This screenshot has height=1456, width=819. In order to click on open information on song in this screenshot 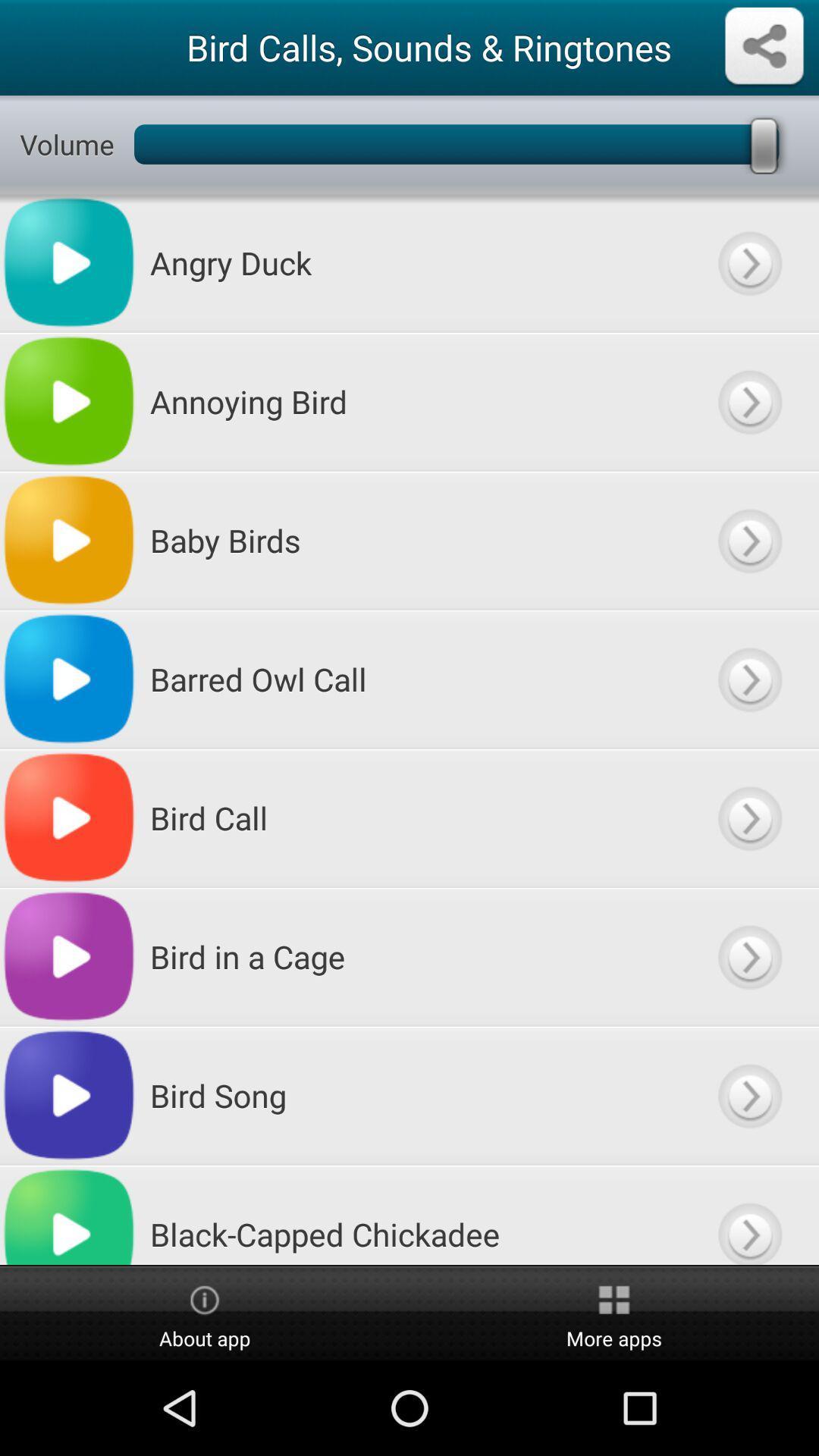, I will do `click(748, 401)`.